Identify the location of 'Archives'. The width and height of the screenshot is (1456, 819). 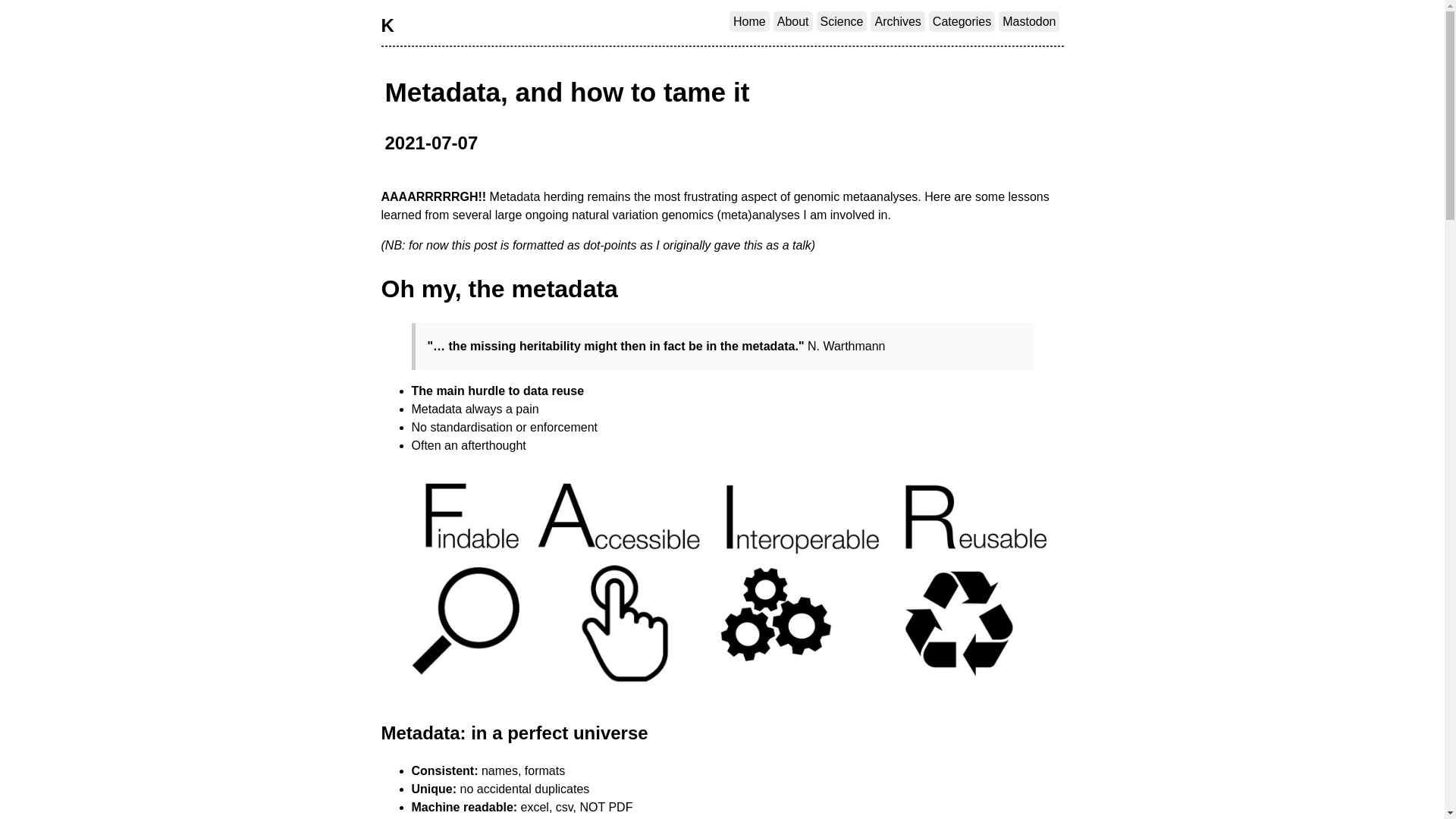
(870, 21).